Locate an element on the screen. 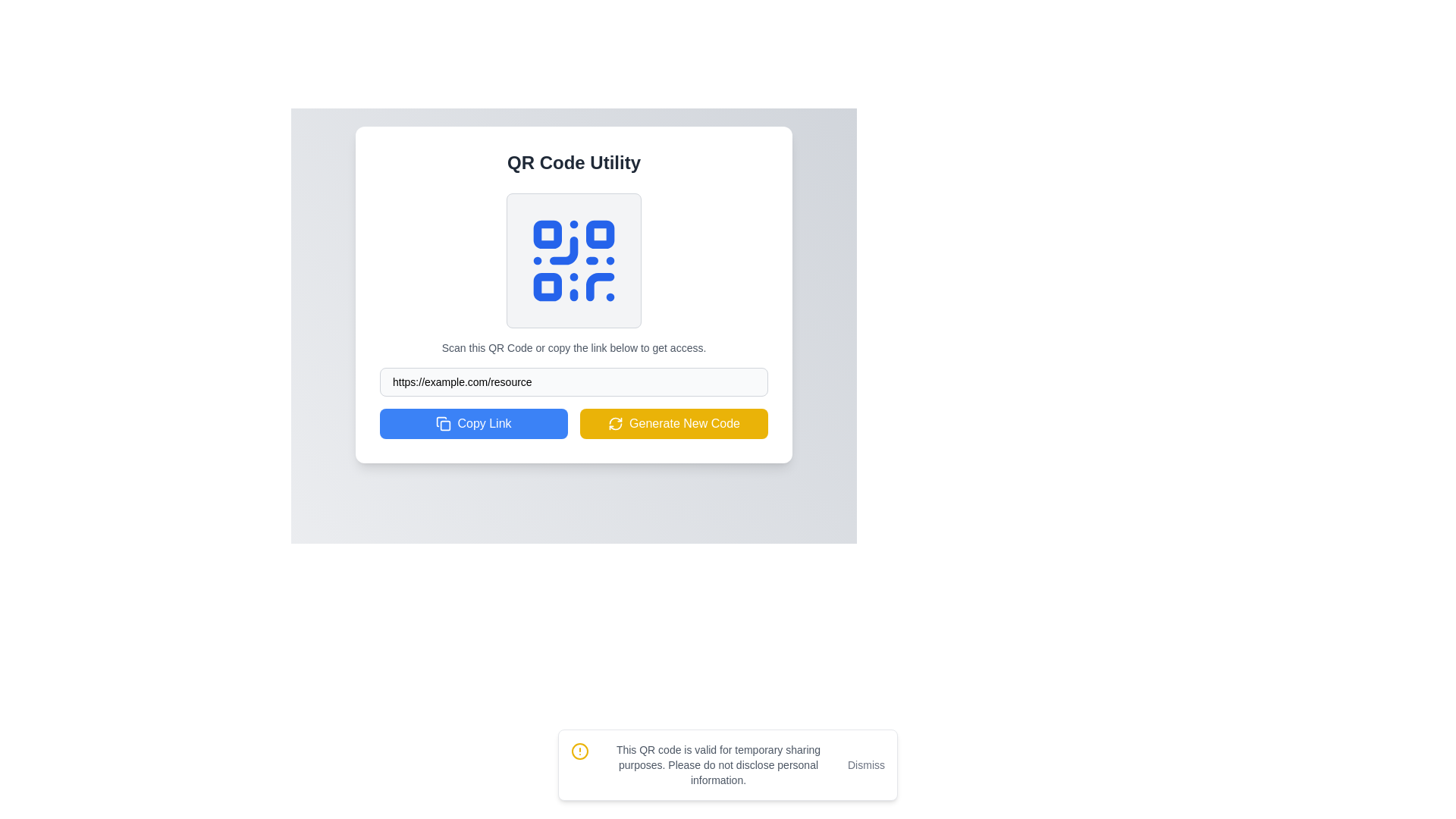  the visual component within the SVG QR code illustration, located in the bottom-right area of the QR code's layout is located at coordinates (599, 287).